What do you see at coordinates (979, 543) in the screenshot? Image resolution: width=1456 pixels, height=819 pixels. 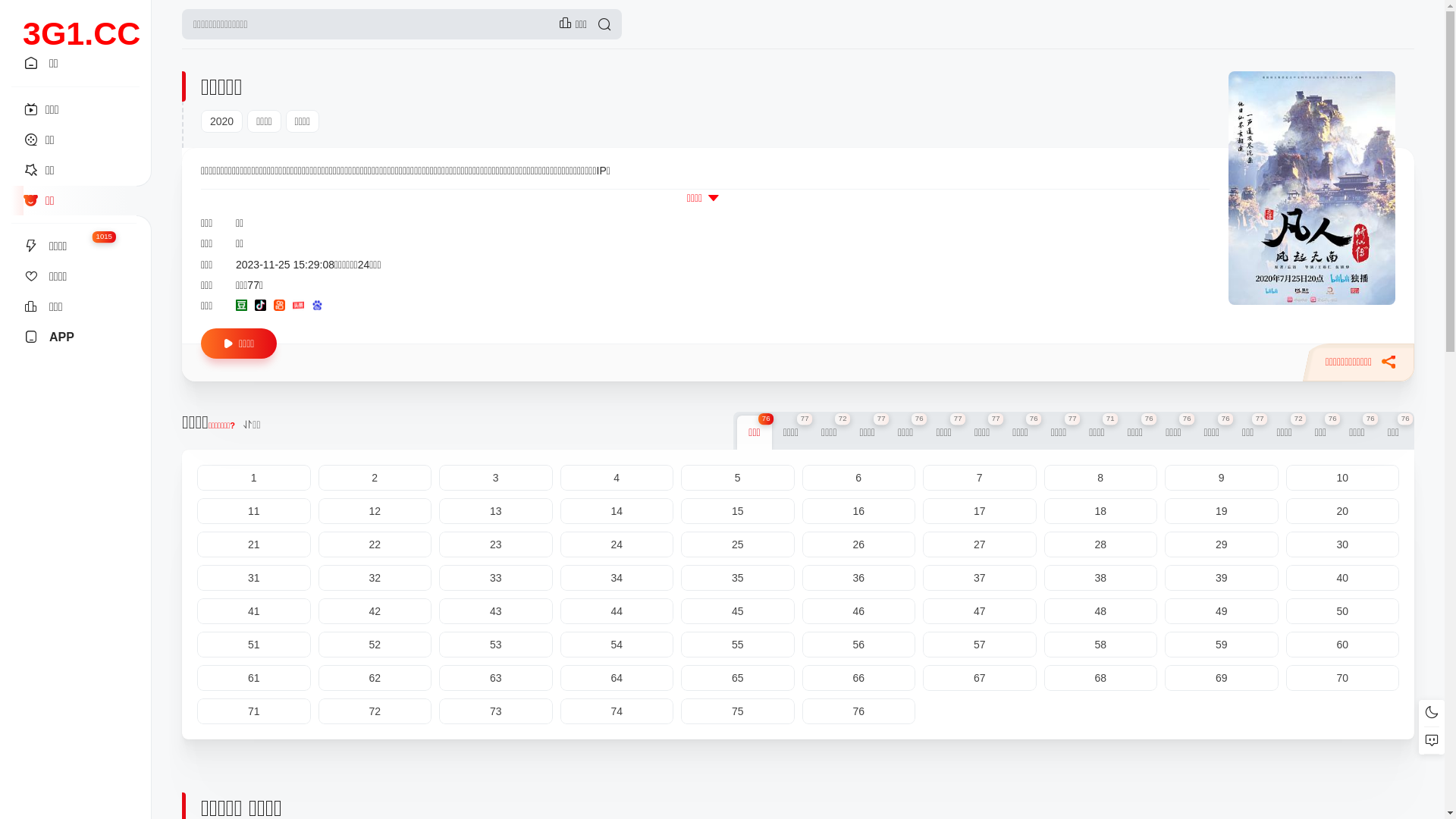 I see `'27'` at bounding box center [979, 543].